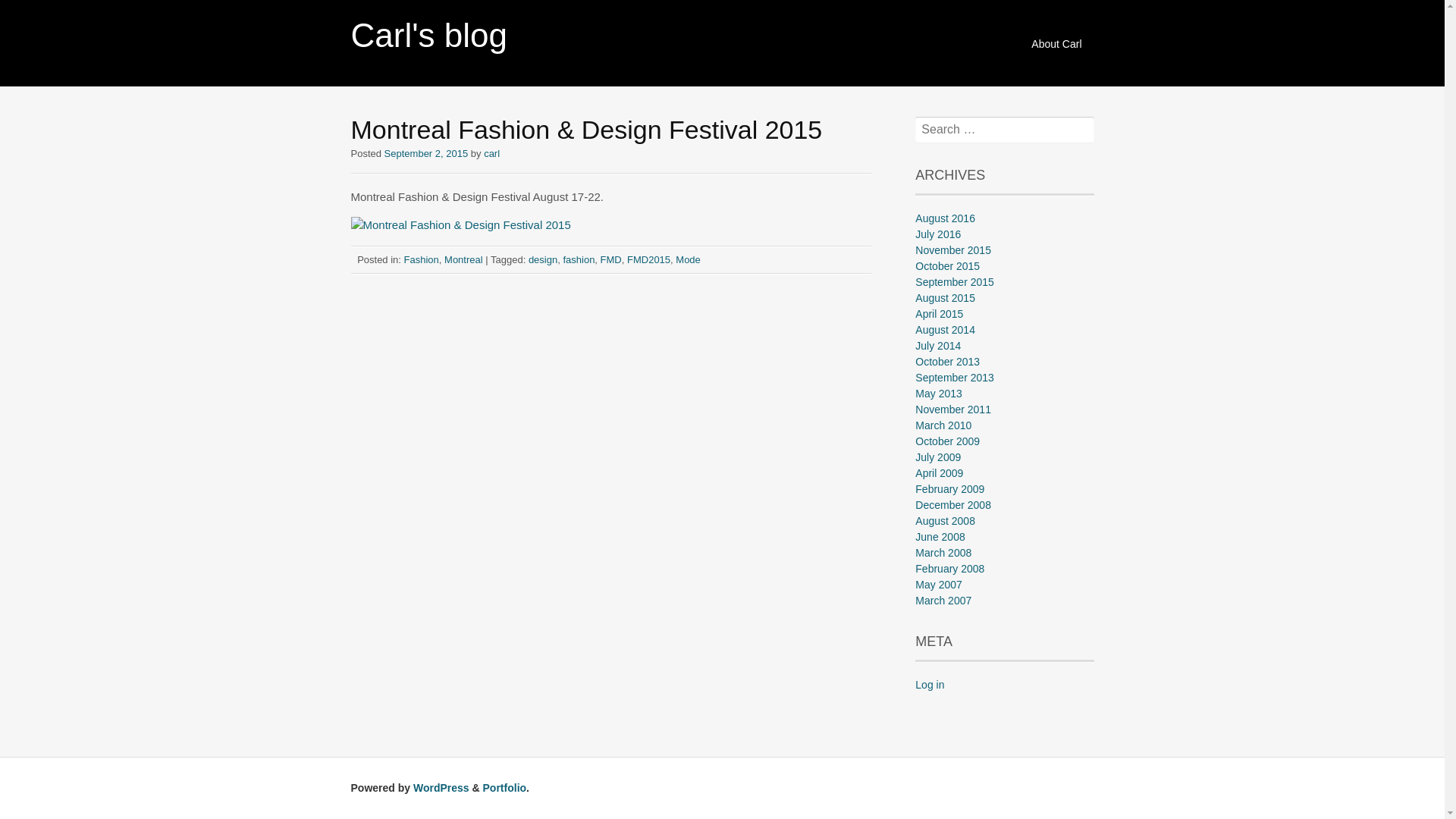 This screenshot has width=1456, height=819. Describe the element at coordinates (952, 409) in the screenshot. I see `'November 2011'` at that location.